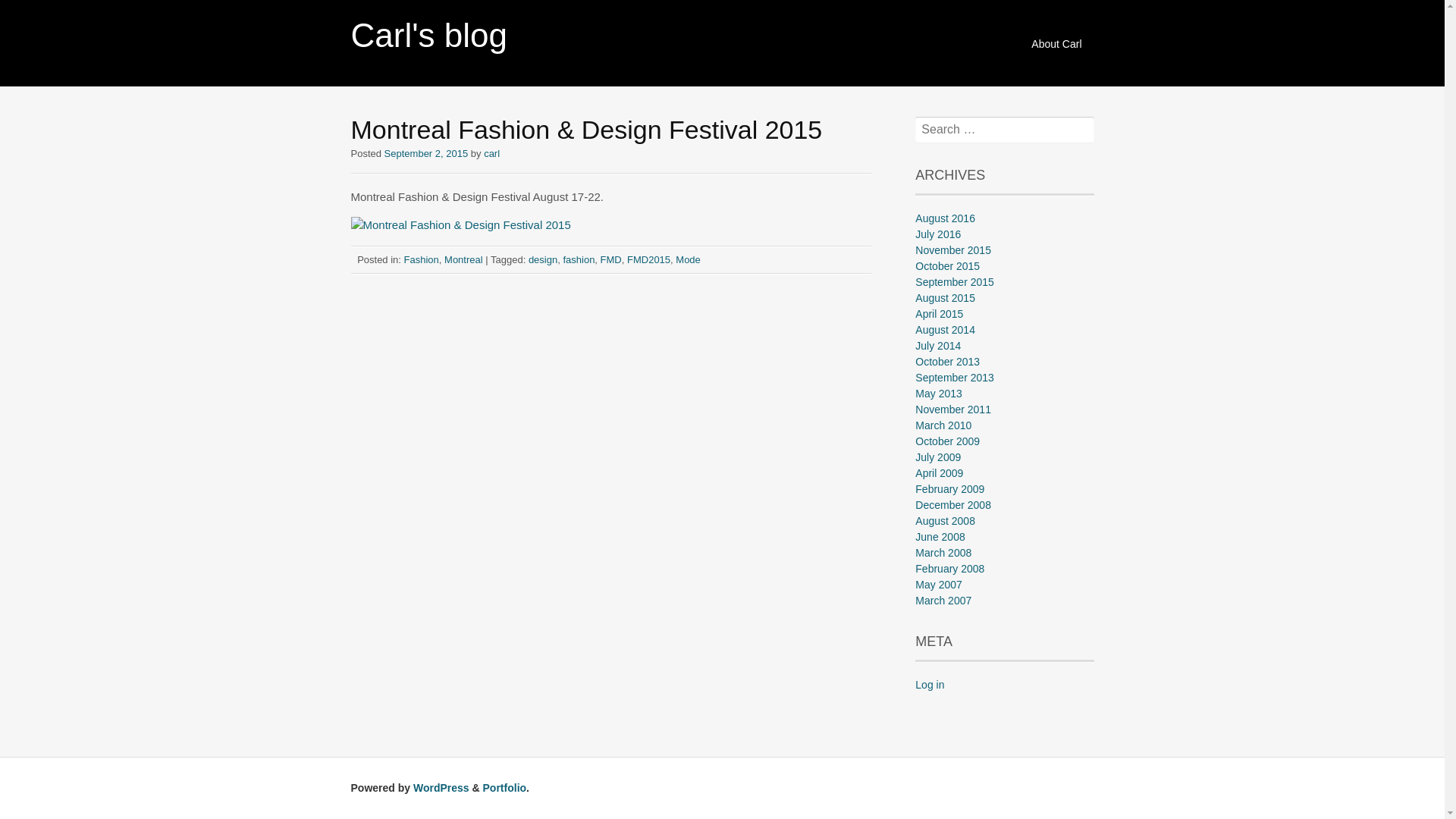 This screenshot has width=1456, height=819. Describe the element at coordinates (952, 409) in the screenshot. I see `'November 2011'` at that location.